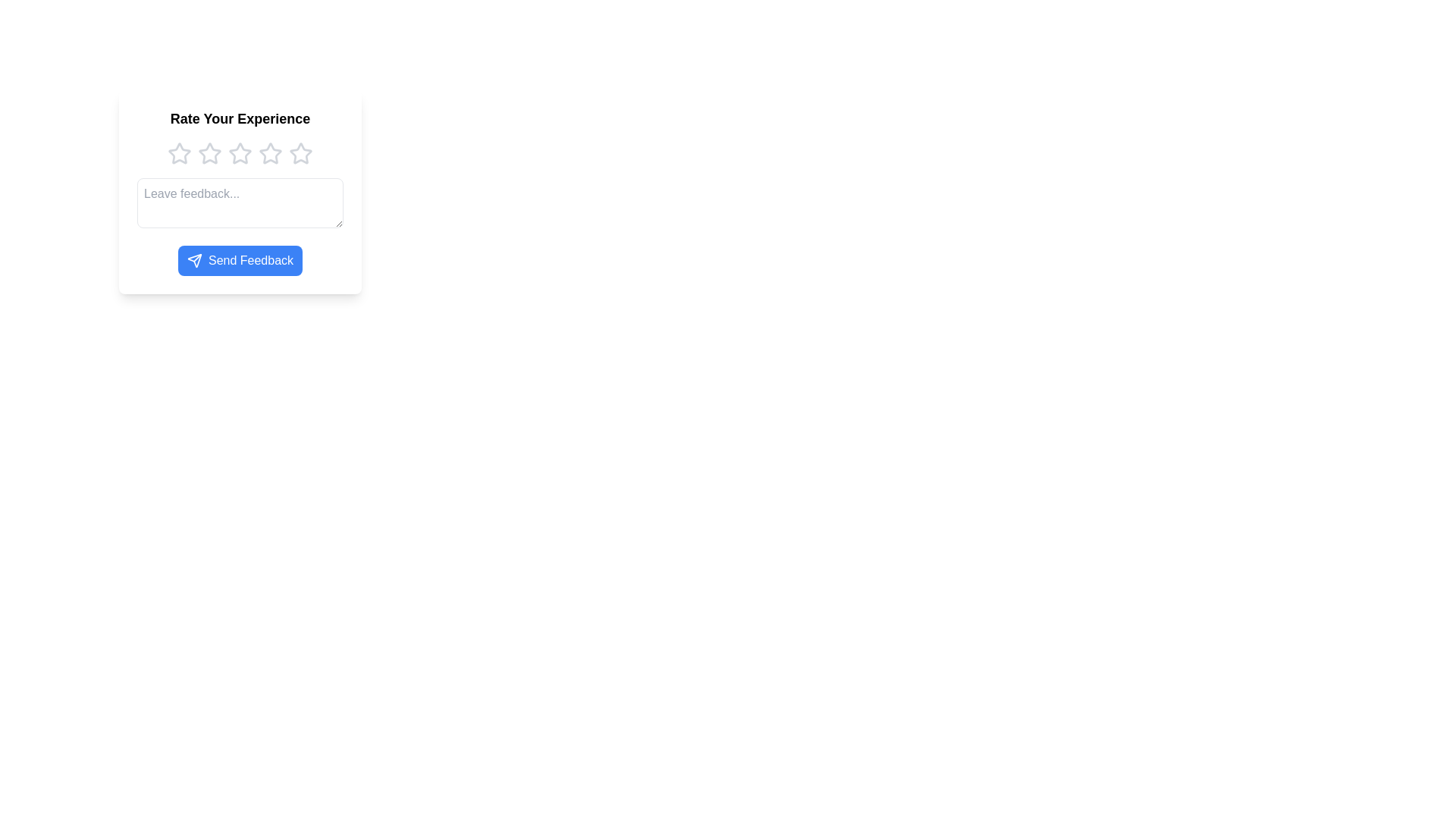 This screenshot has width=1456, height=819. What do you see at coordinates (270, 154) in the screenshot?
I see `the fourth star icon in the rating component below the text 'Rate Your Experience'` at bounding box center [270, 154].